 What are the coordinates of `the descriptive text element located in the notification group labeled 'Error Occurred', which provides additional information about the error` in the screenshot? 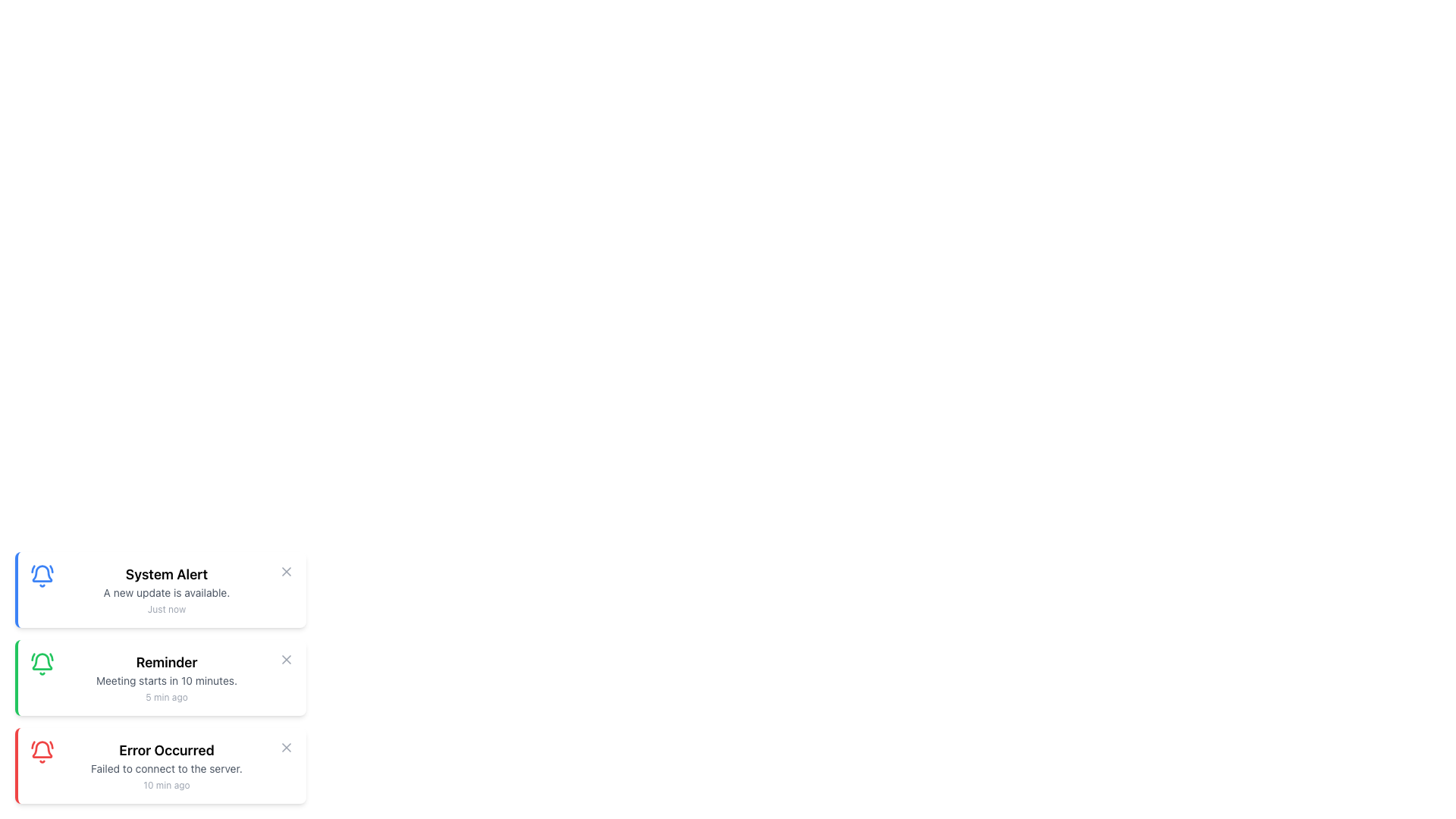 It's located at (167, 769).